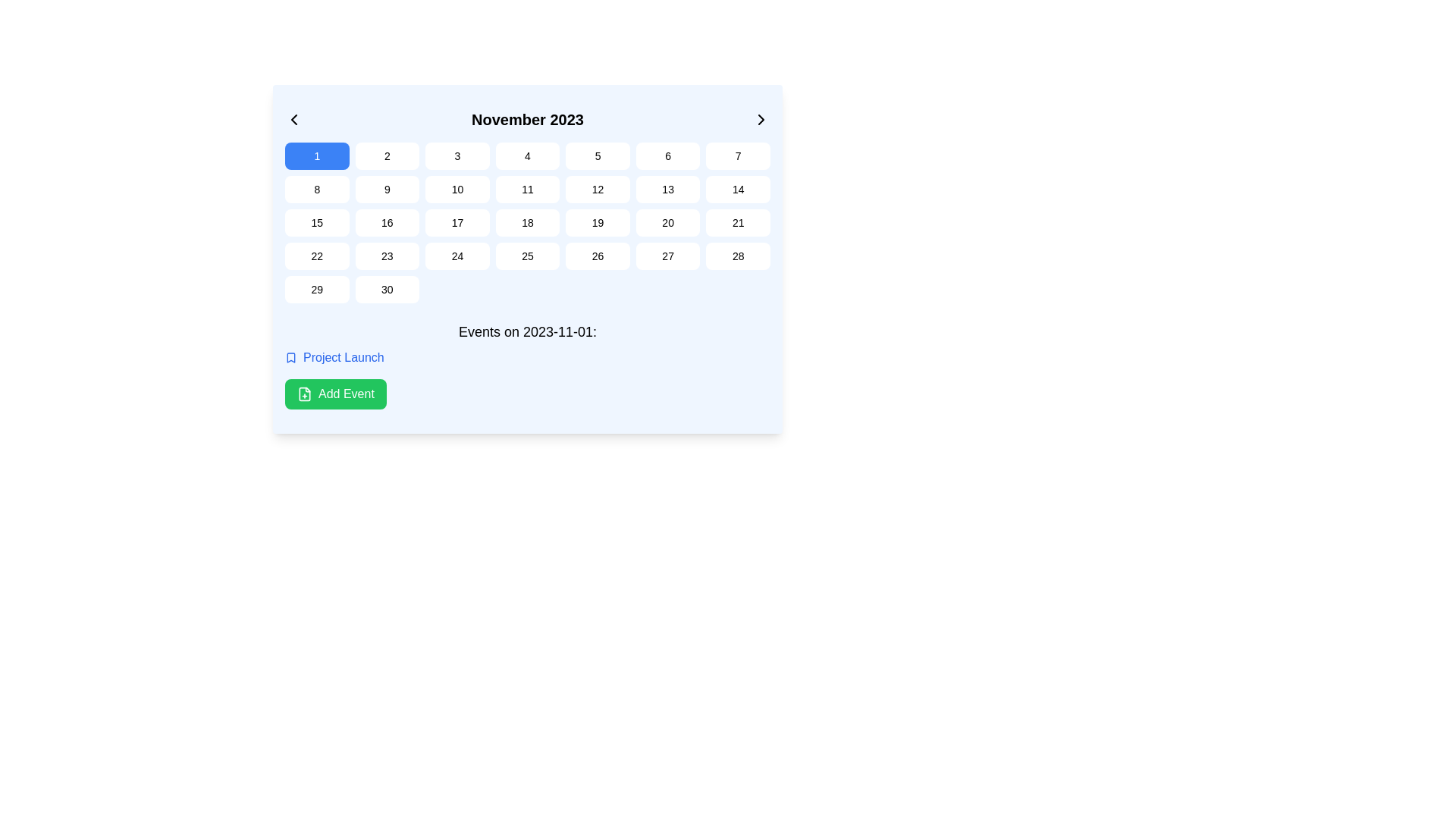  What do you see at coordinates (334, 394) in the screenshot?
I see `the green 'Add Event' button, which features a file icon with a plus sign and is located below the text 'Events on 2023-11-01:' and aligned with 'Project Launch'` at bounding box center [334, 394].